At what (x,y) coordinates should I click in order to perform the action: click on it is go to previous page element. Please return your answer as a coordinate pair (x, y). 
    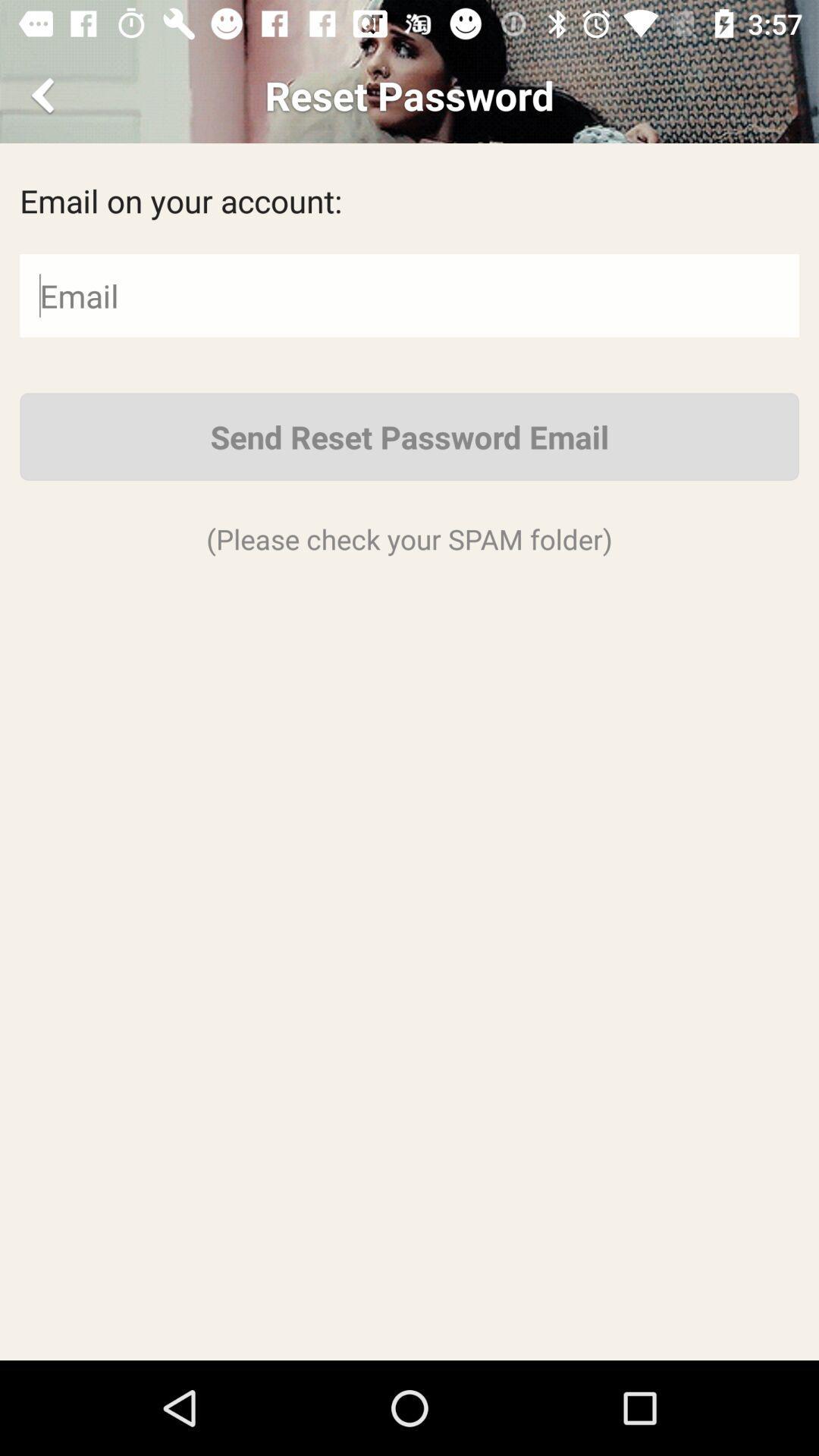
    Looking at the image, I should click on (45, 94).